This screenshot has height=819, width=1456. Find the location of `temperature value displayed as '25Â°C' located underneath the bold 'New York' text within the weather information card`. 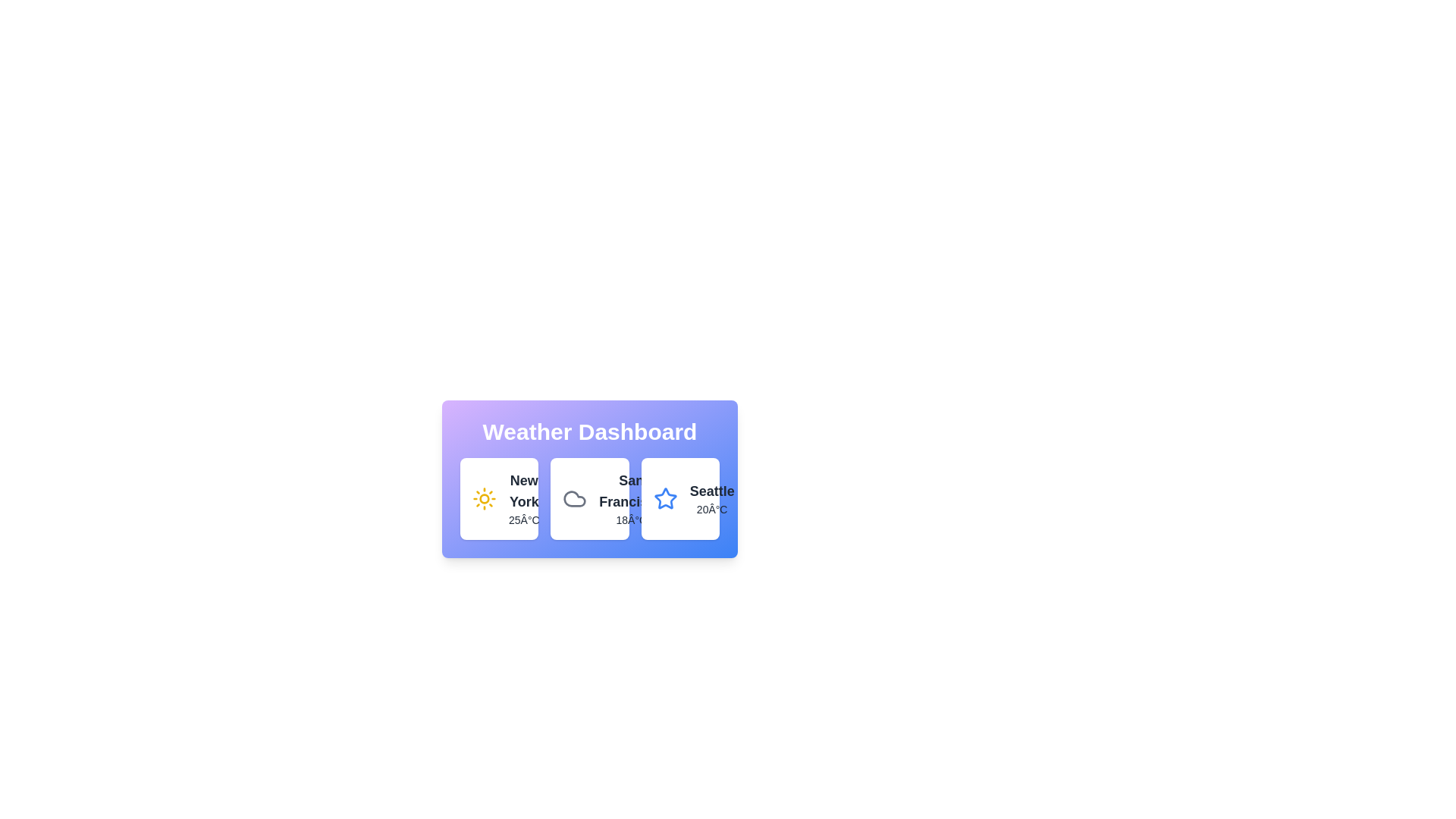

temperature value displayed as '25Â°C' located underneath the bold 'New York' text within the weather information card is located at coordinates (524, 519).